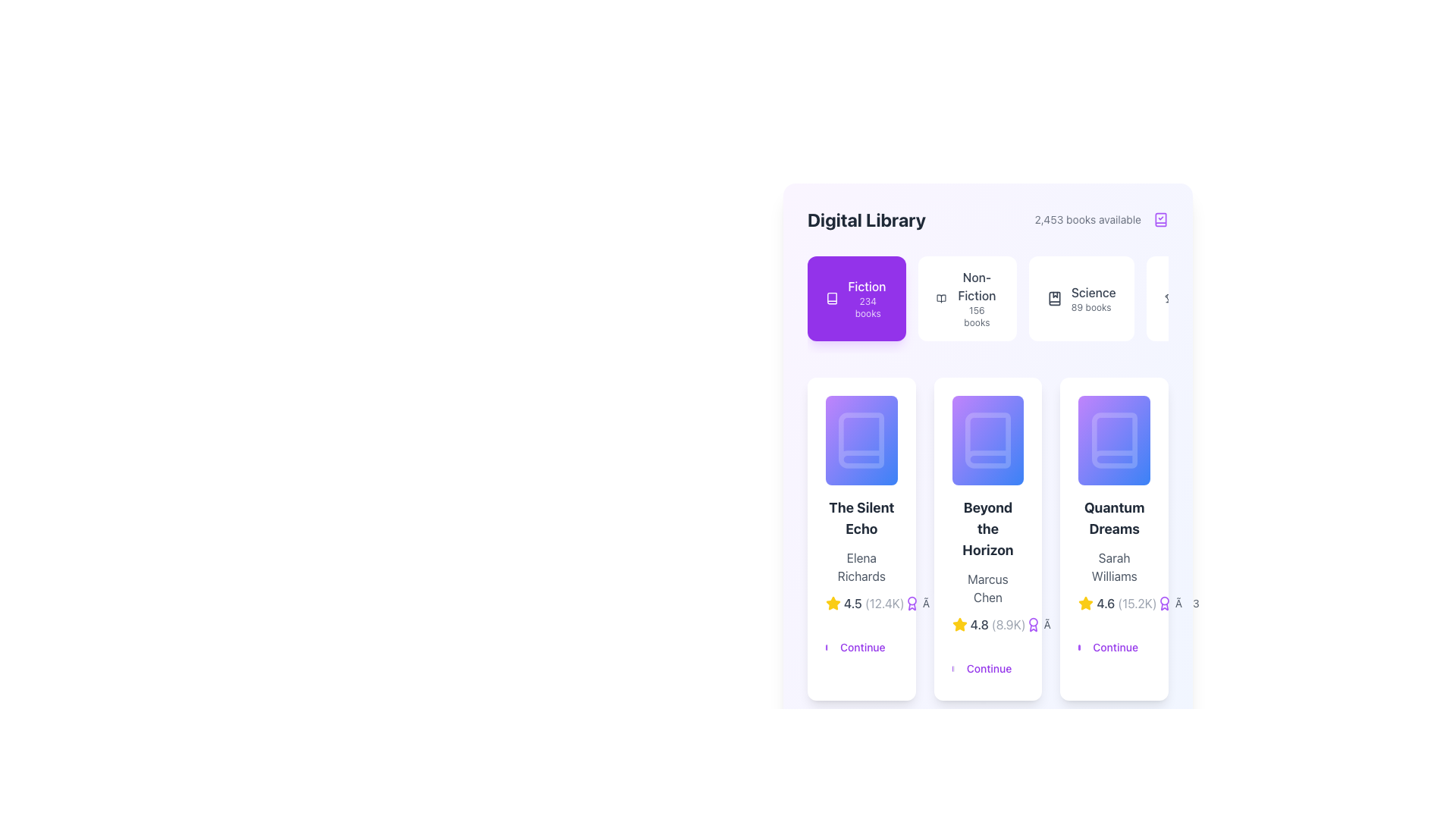  Describe the element at coordinates (870, 512) in the screenshot. I see `the Text Label with Icon located in the digital library section` at that location.